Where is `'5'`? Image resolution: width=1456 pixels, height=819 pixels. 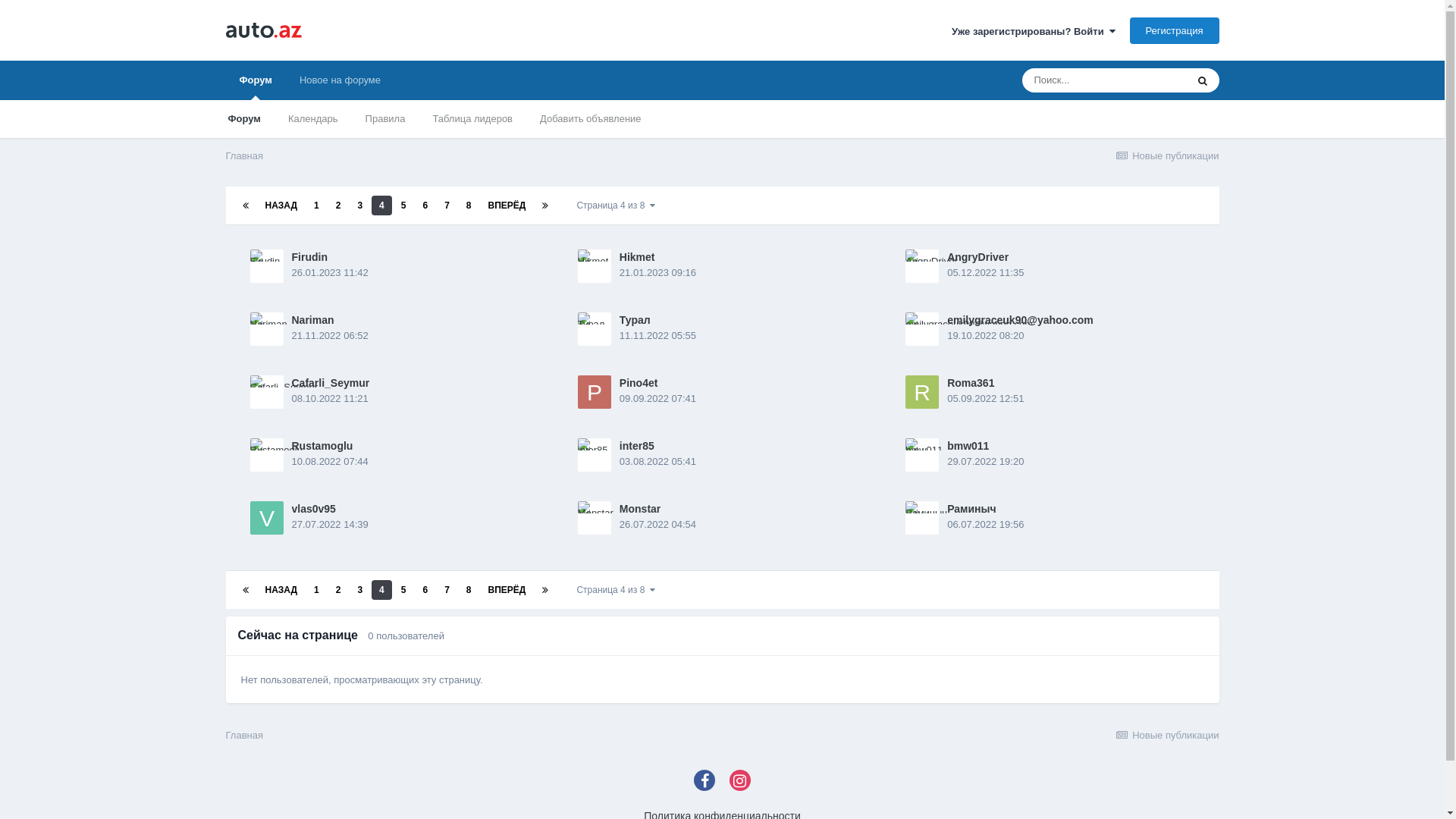
'5' is located at coordinates (393, 205).